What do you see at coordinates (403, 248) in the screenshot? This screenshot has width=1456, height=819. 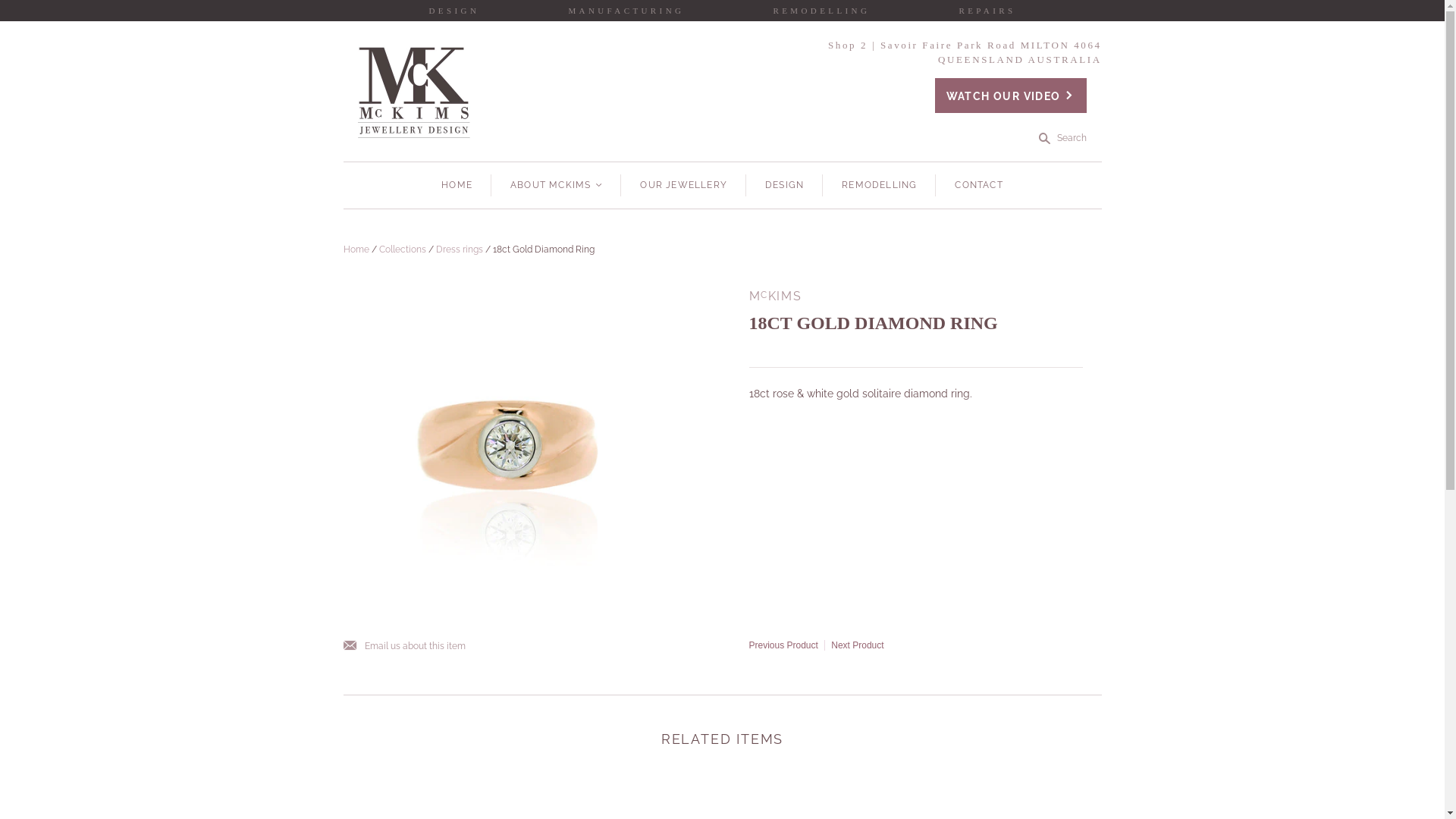 I see `'Collections'` at bounding box center [403, 248].